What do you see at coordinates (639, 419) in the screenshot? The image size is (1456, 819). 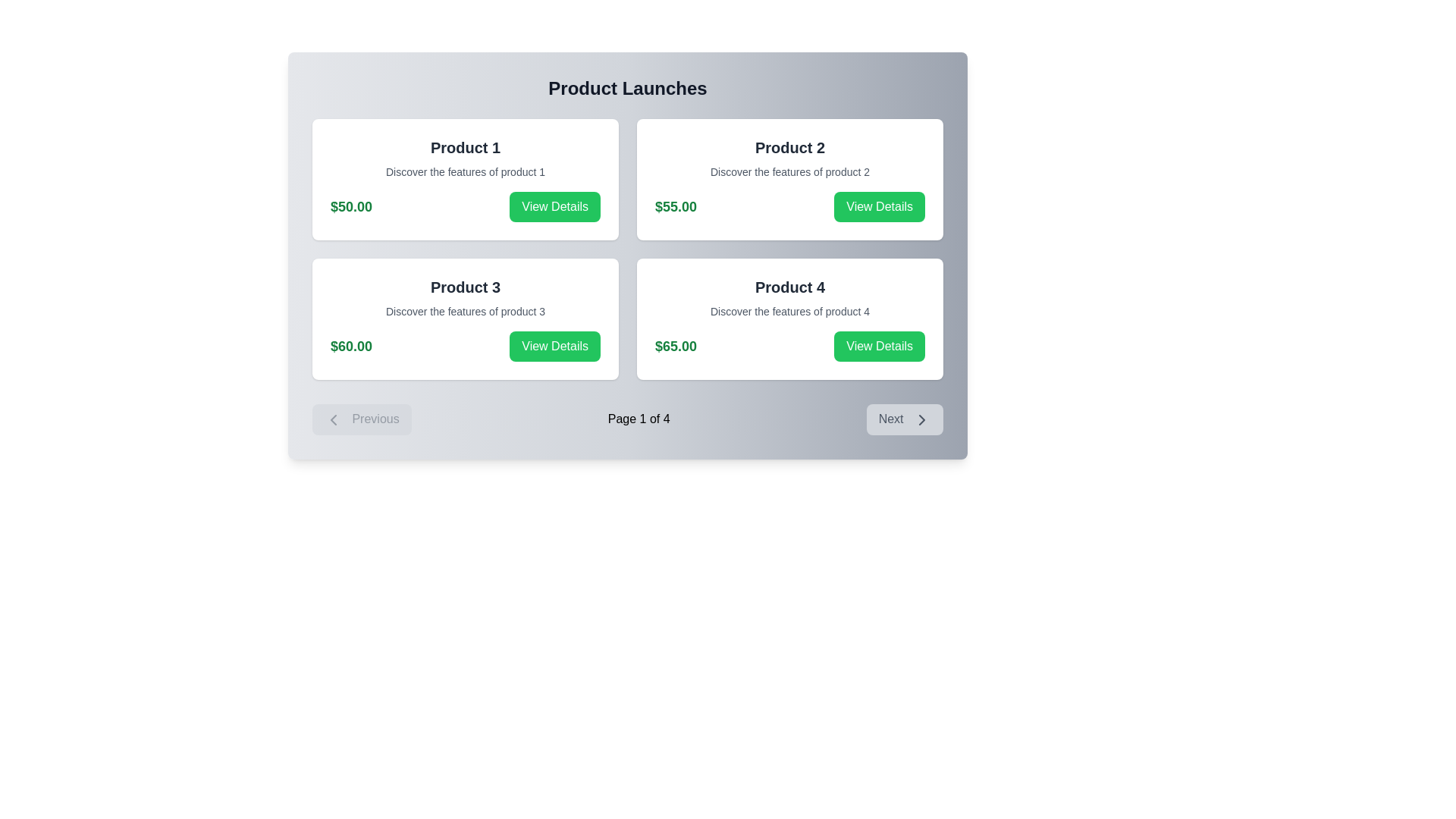 I see `the 'Page 1 of 4' text label, which is centrally located in the pagination navigation section between the 'Previous' and 'Next' buttons` at bounding box center [639, 419].